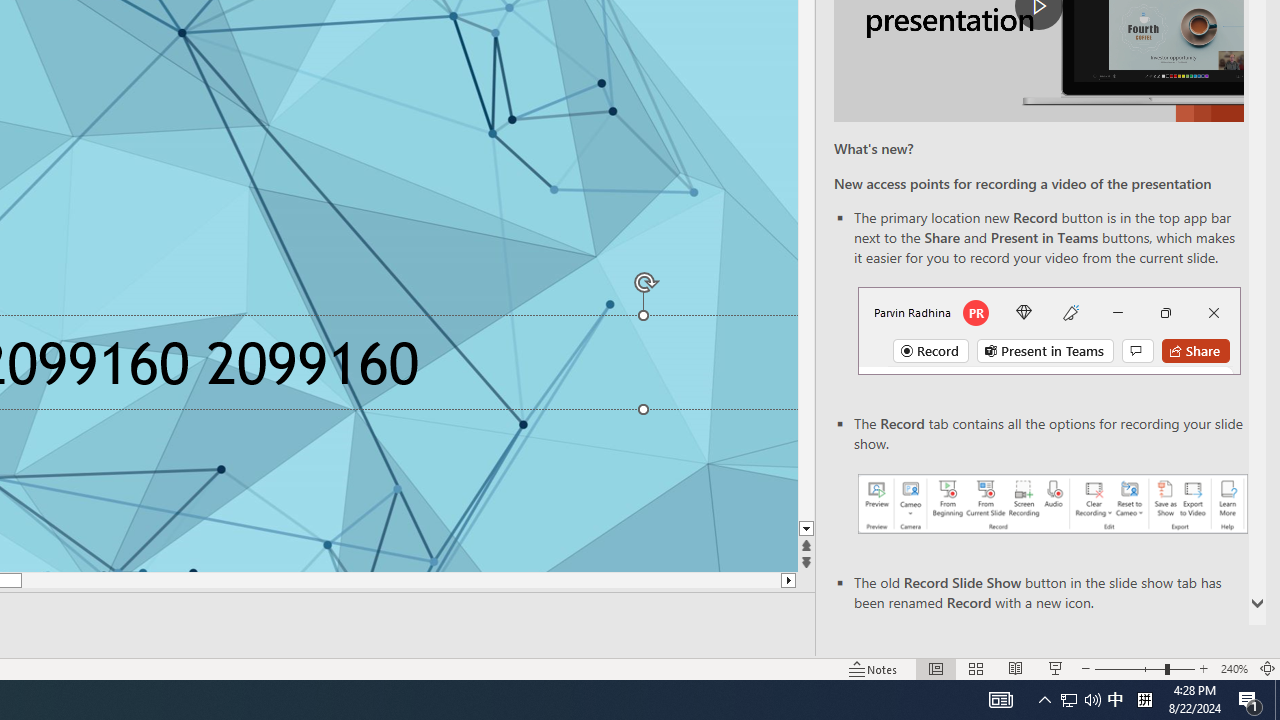  I want to click on 'Zoom 240%', so click(1233, 669).